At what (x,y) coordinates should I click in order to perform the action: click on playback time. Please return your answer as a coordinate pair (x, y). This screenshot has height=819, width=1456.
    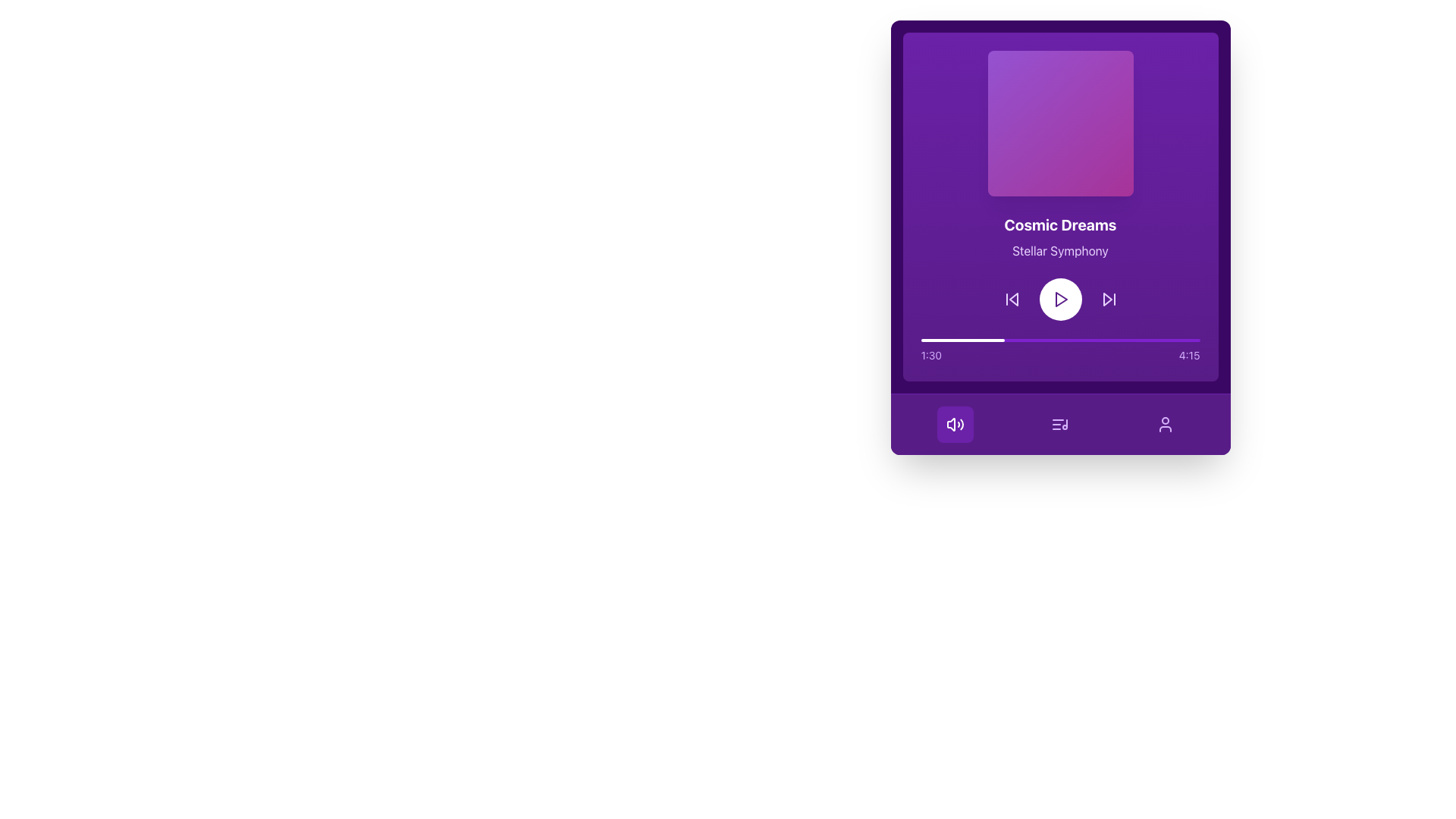
    Looking at the image, I should click on (1174, 339).